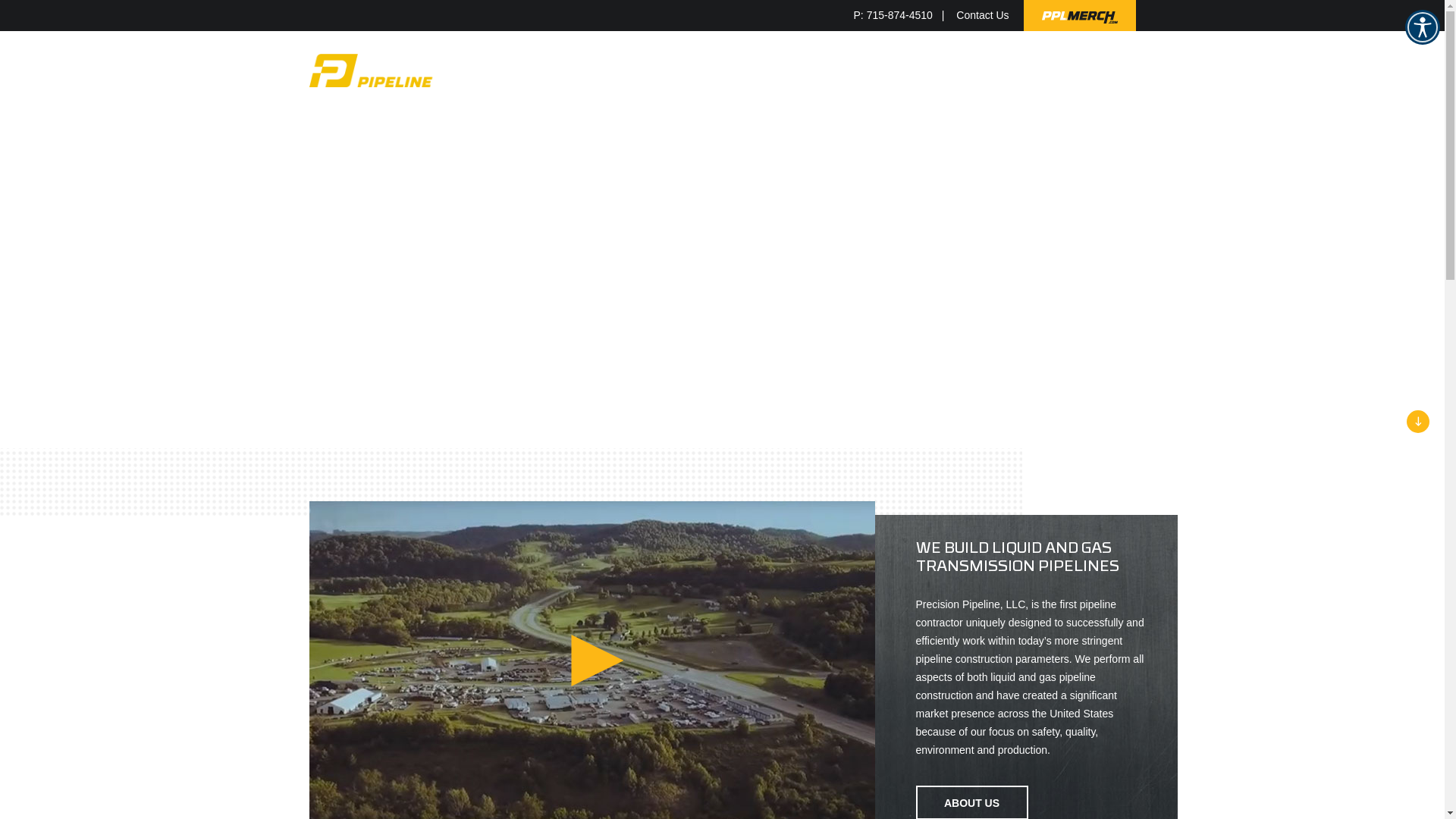 The image size is (1456, 819). I want to click on 'Show Search', so click(1128, 70).